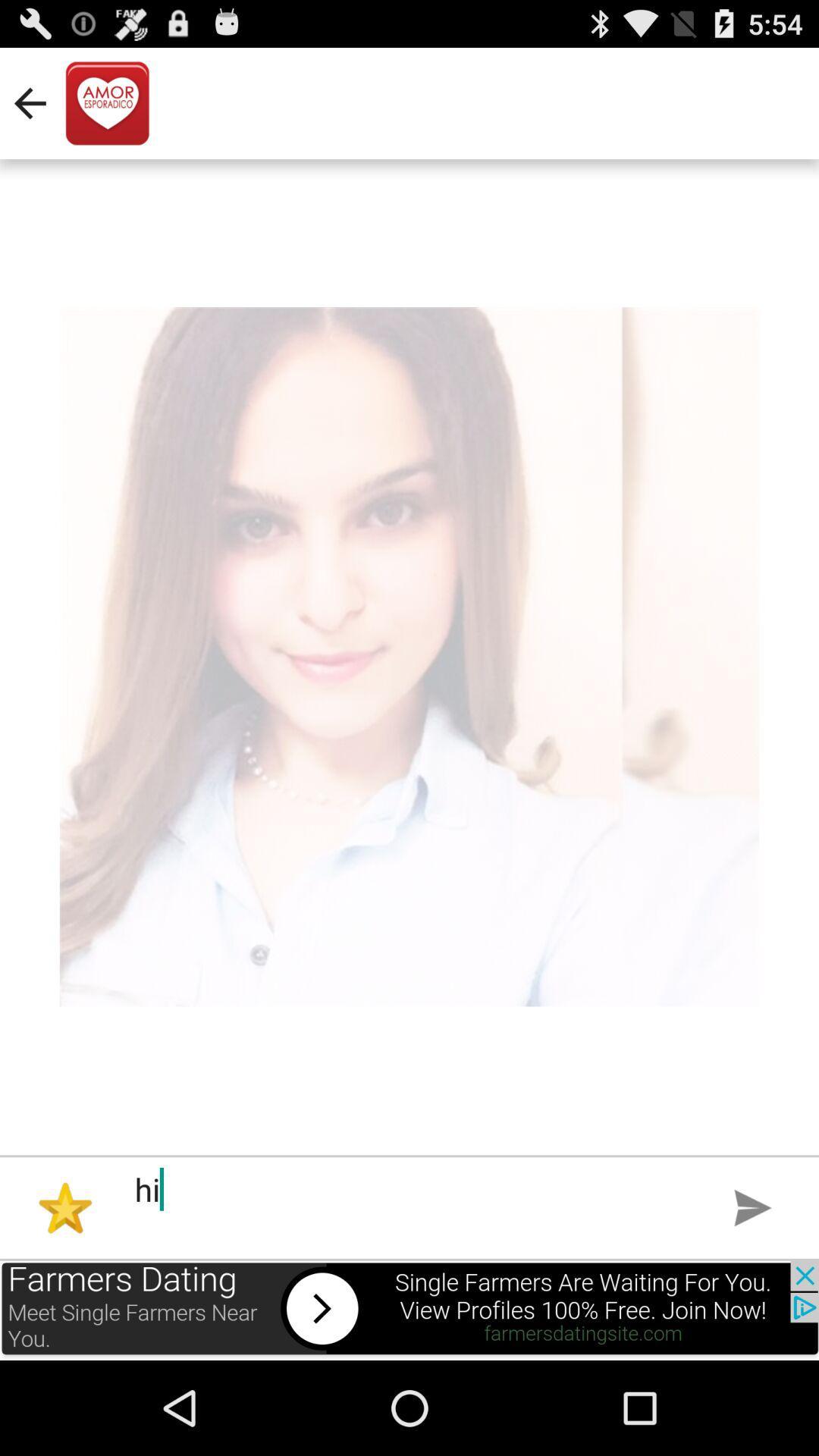 The width and height of the screenshot is (819, 1456). What do you see at coordinates (64, 1291) in the screenshot?
I see `the star icon` at bounding box center [64, 1291].